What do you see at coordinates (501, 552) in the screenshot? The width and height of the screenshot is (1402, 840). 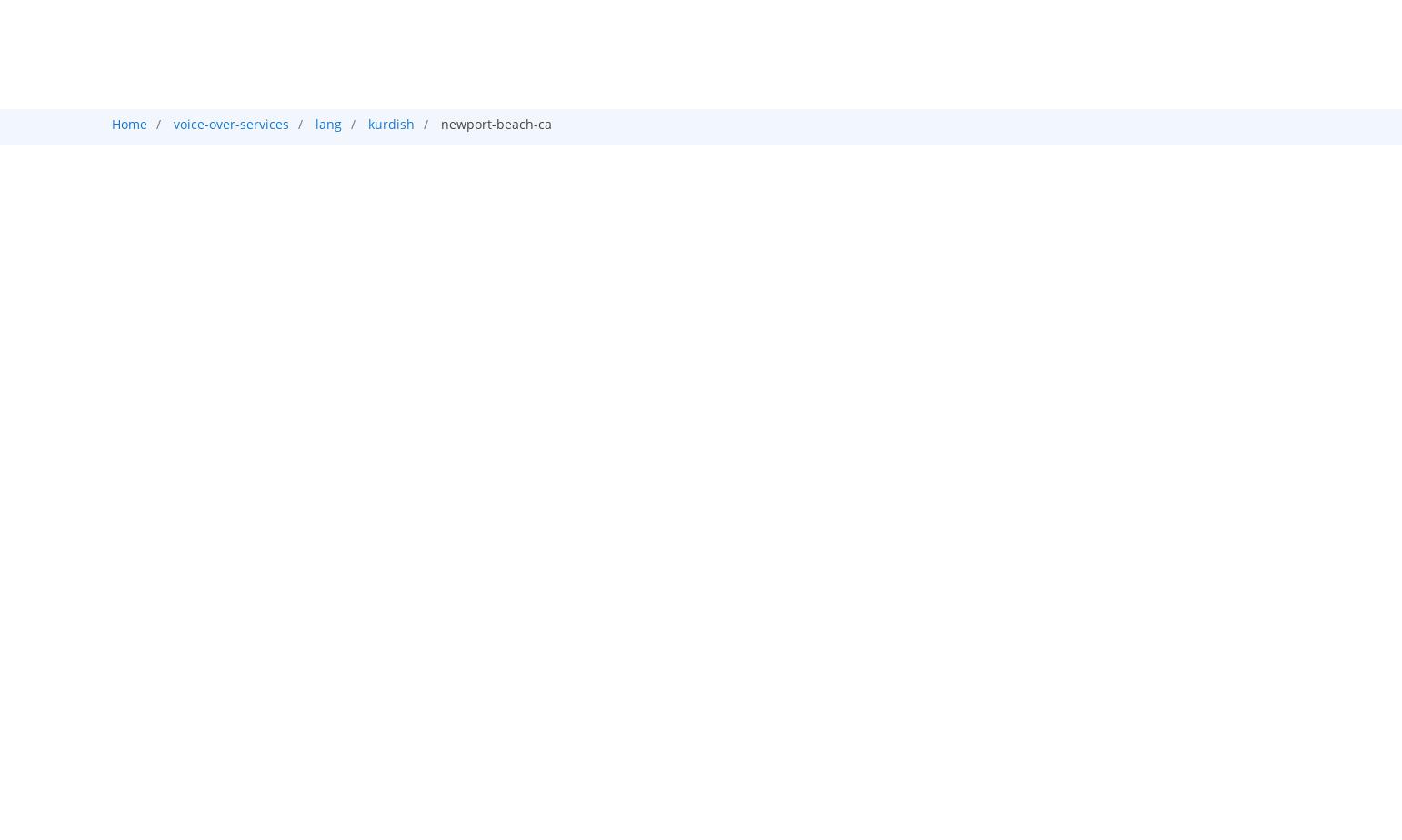 I see `'Professional Voice Talent for Your Kurdish Voice Over Services'` at bounding box center [501, 552].